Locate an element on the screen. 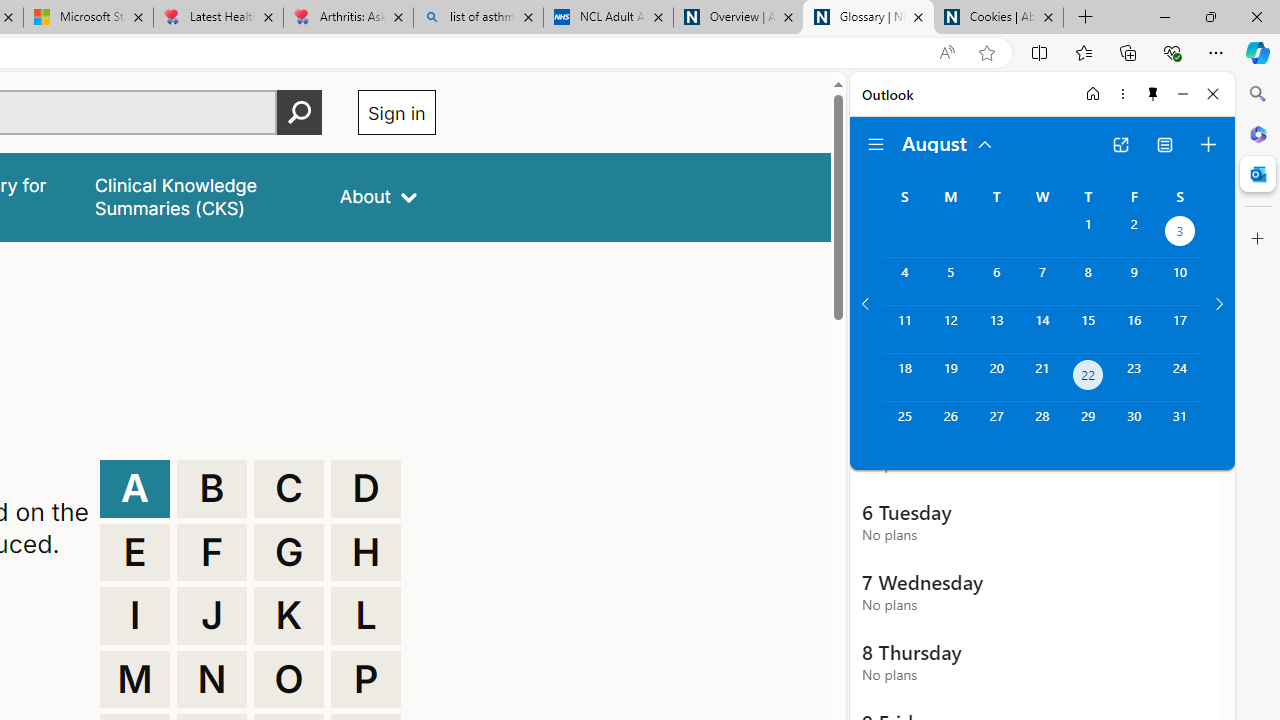 The image size is (1280, 720). 'Folder navigation' is located at coordinates (876, 144).